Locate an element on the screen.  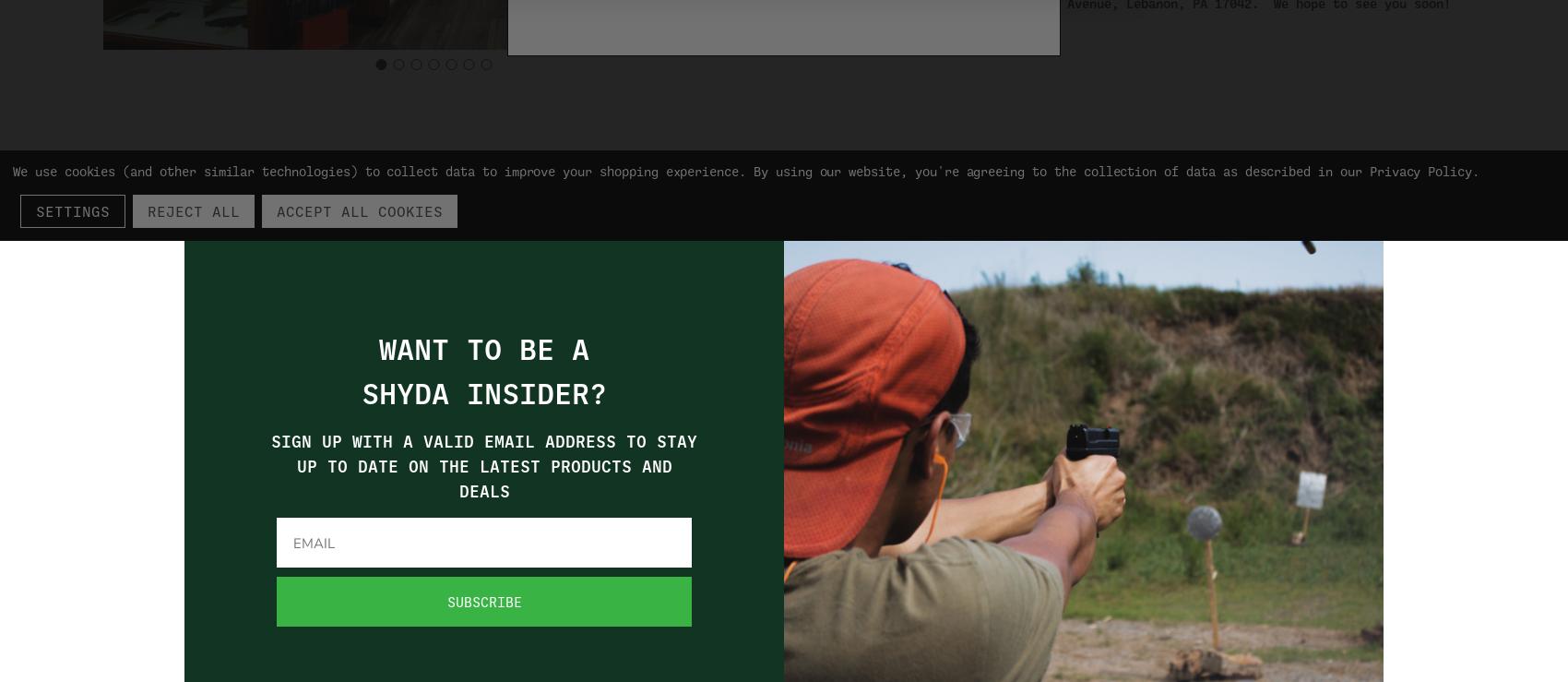
'By using our website, you're agreeing to the collection of data as described in our' is located at coordinates (1061, 170).